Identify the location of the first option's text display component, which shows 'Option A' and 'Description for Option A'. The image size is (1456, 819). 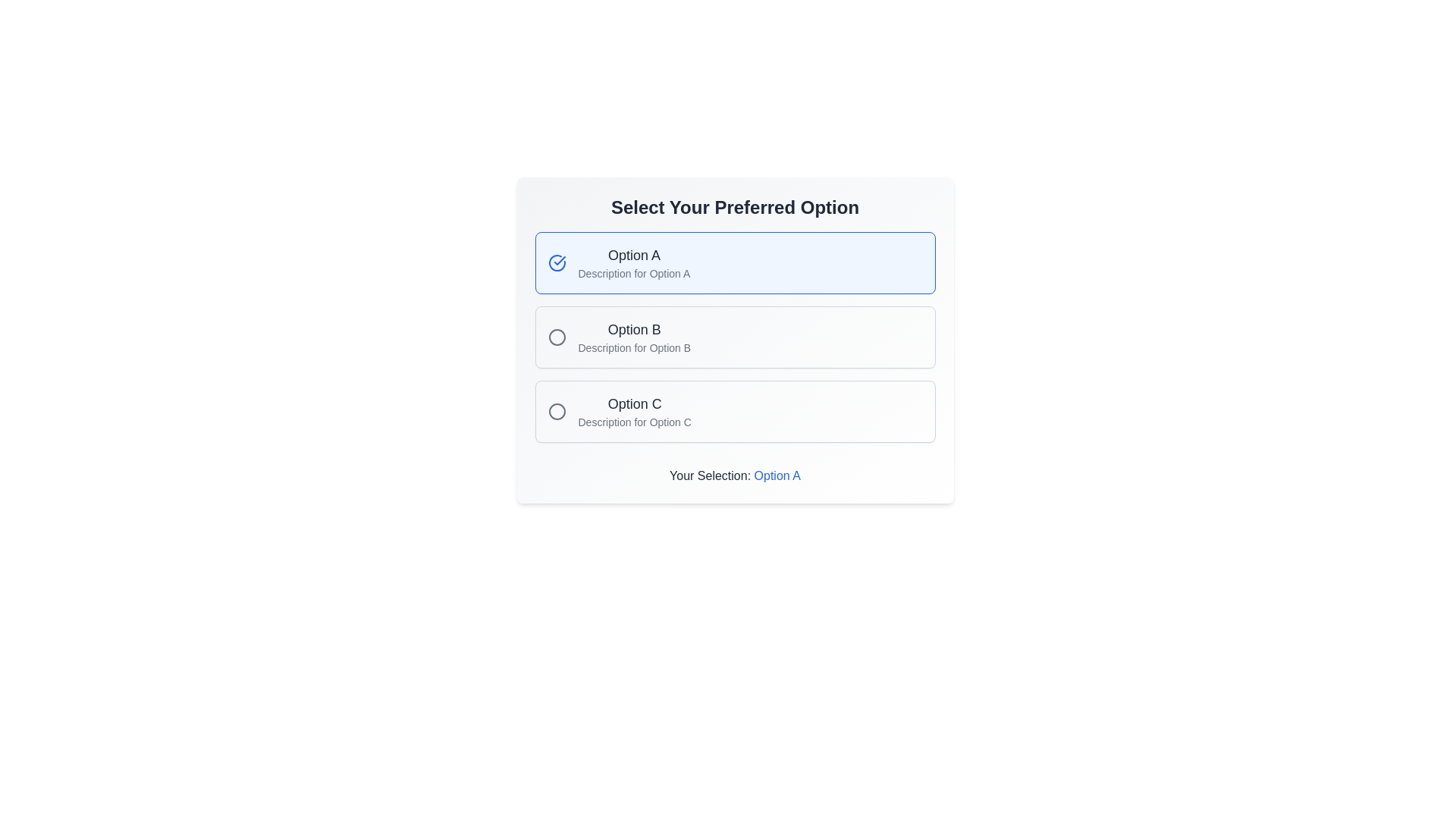
(634, 262).